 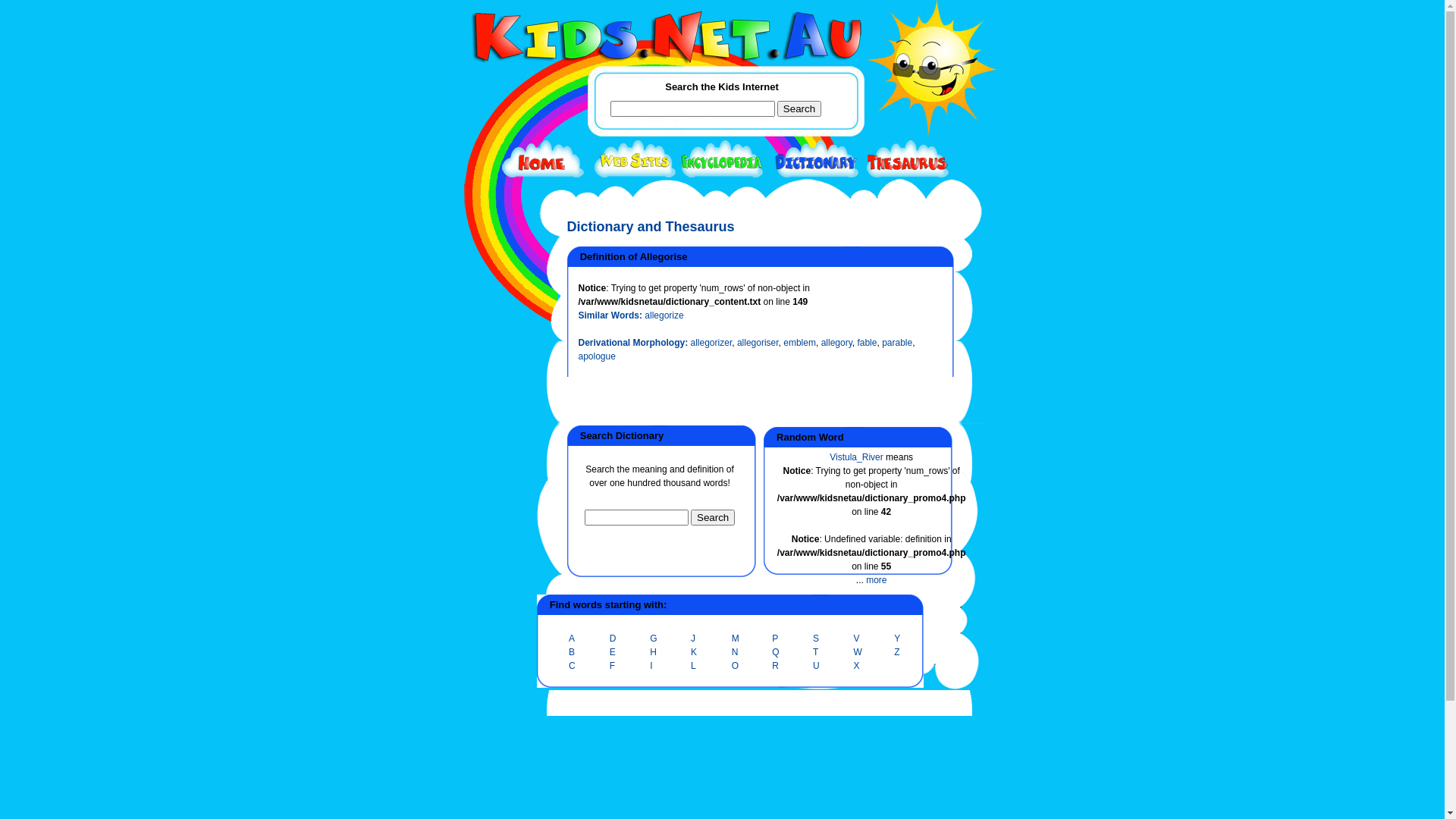 I want to click on 'R', so click(x=775, y=665).